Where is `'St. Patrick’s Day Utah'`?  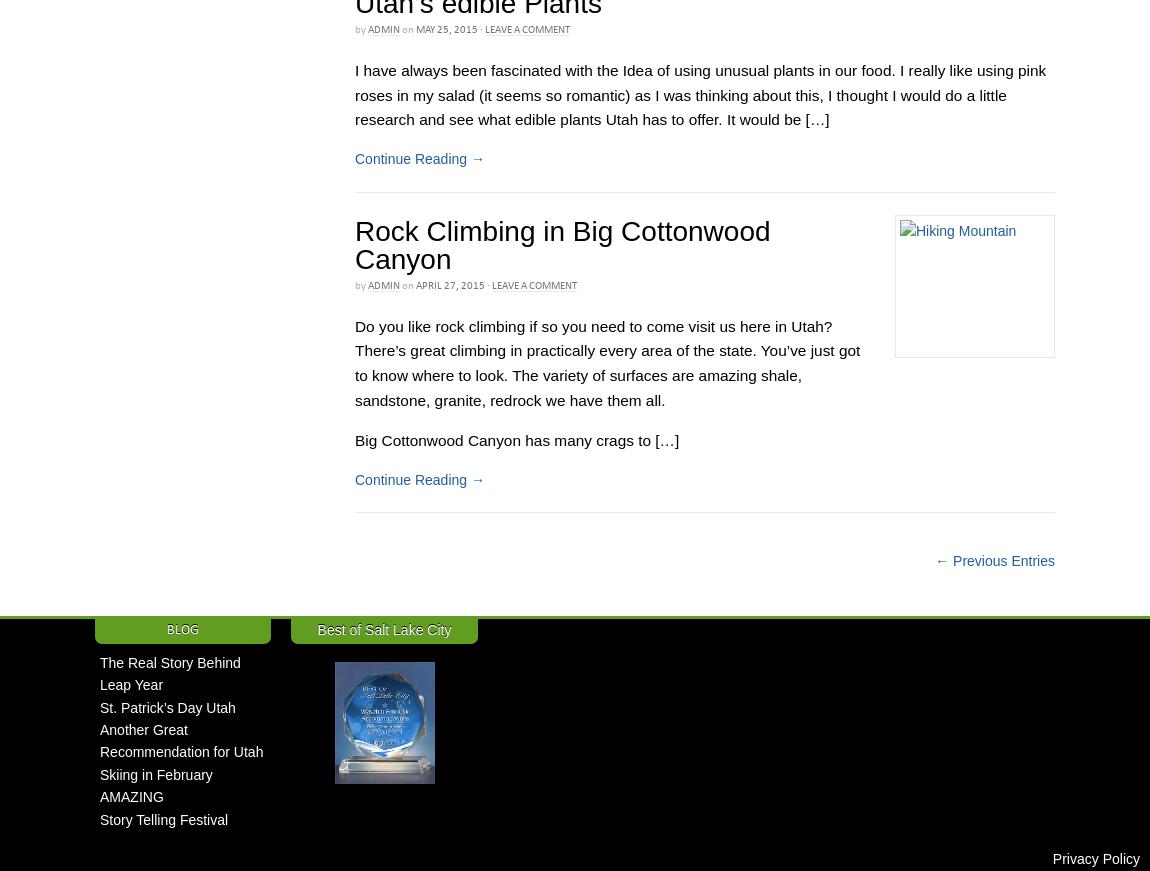
'St. Patrick’s Day Utah' is located at coordinates (166, 705).